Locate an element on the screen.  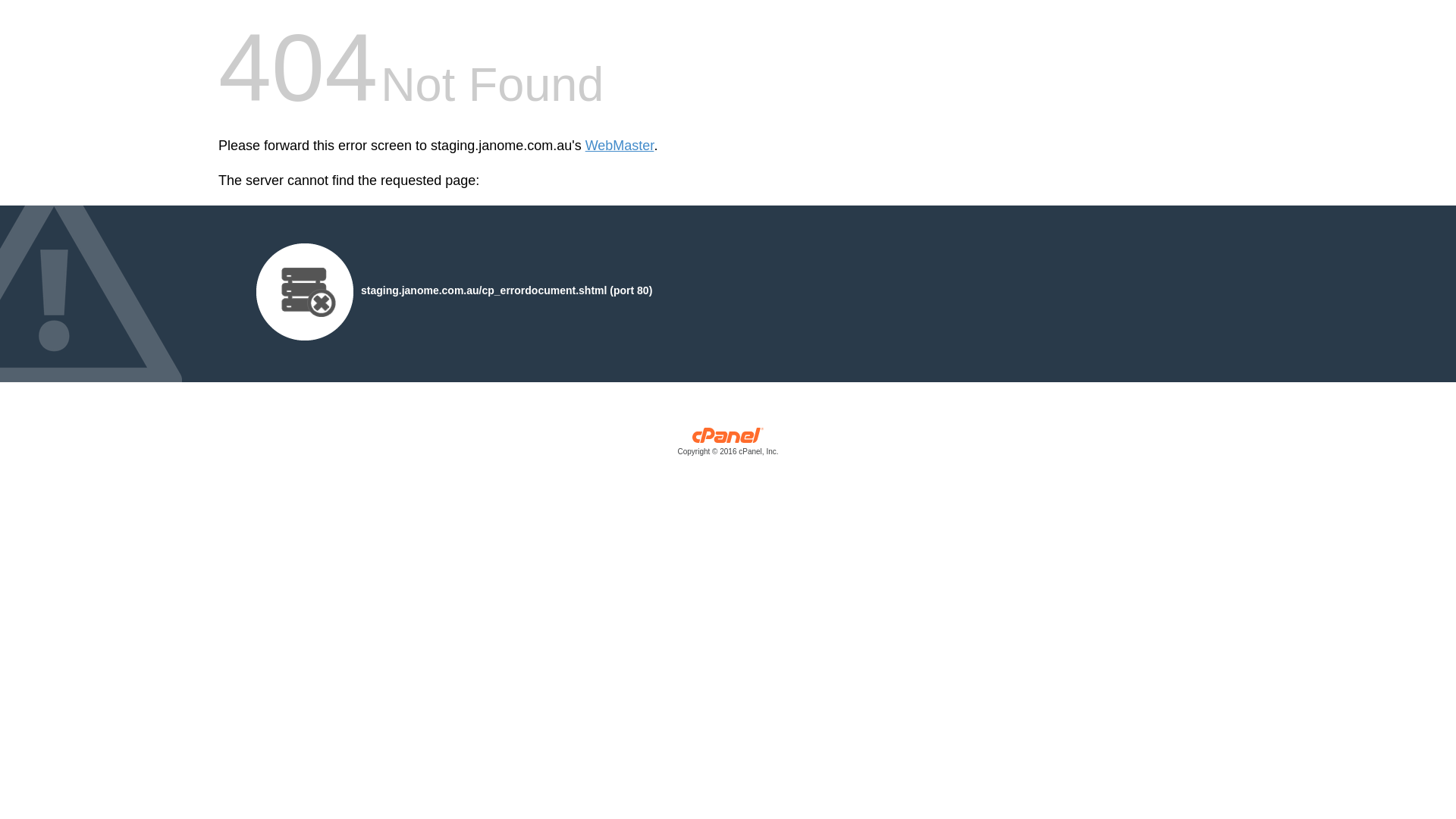
'WebMaster' is located at coordinates (620, 146).